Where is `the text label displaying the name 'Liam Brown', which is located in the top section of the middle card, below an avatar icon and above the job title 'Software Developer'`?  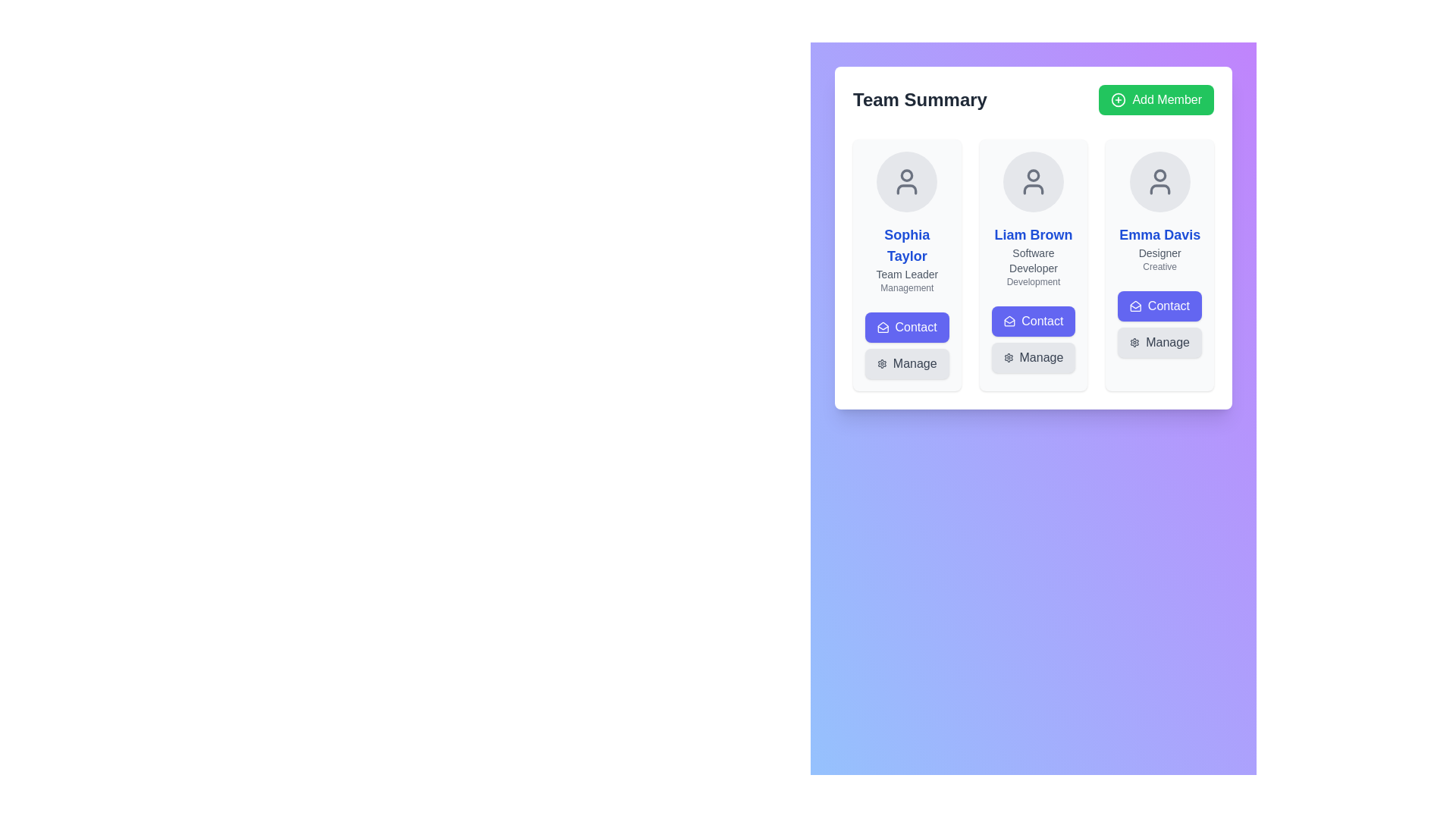
the text label displaying the name 'Liam Brown', which is located in the top section of the middle card, below an avatar icon and above the job title 'Software Developer' is located at coordinates (1033, 234).